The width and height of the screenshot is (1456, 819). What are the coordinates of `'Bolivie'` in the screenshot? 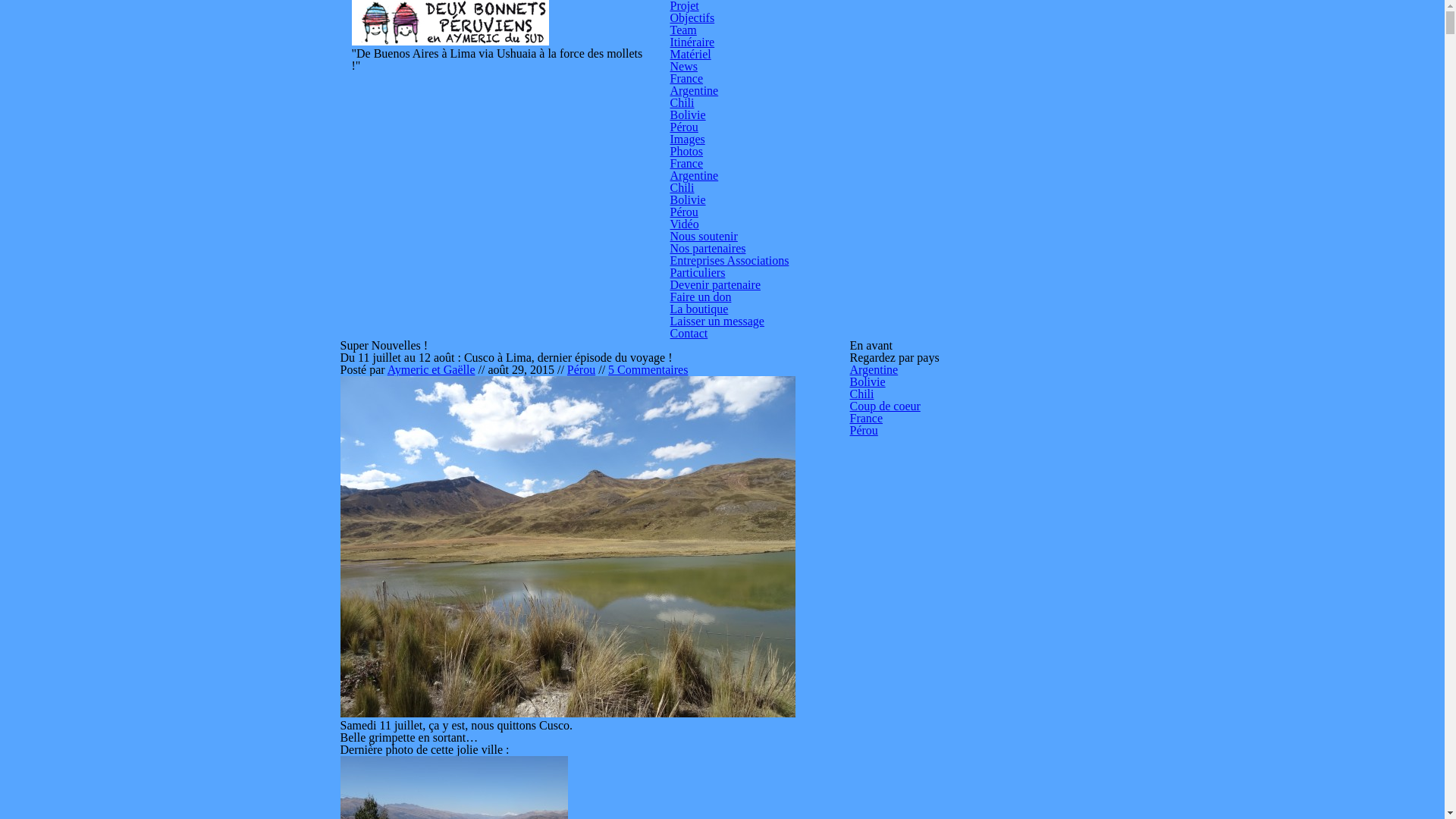 It's located at (687, 199).